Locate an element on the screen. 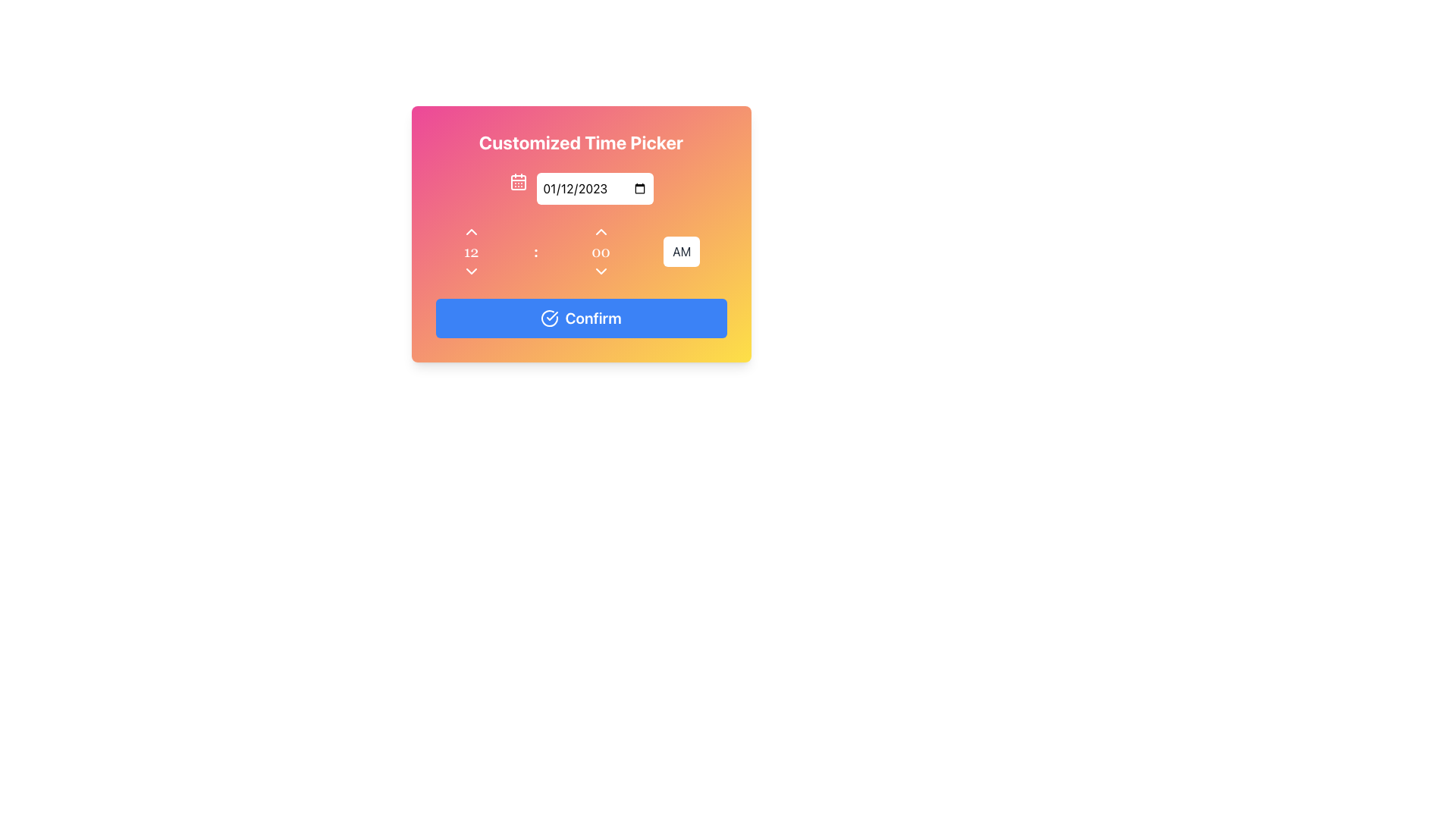  the upward and downward arrows in the segmented time picker control to adjust the minutes value is located at coordinates (600, 250).